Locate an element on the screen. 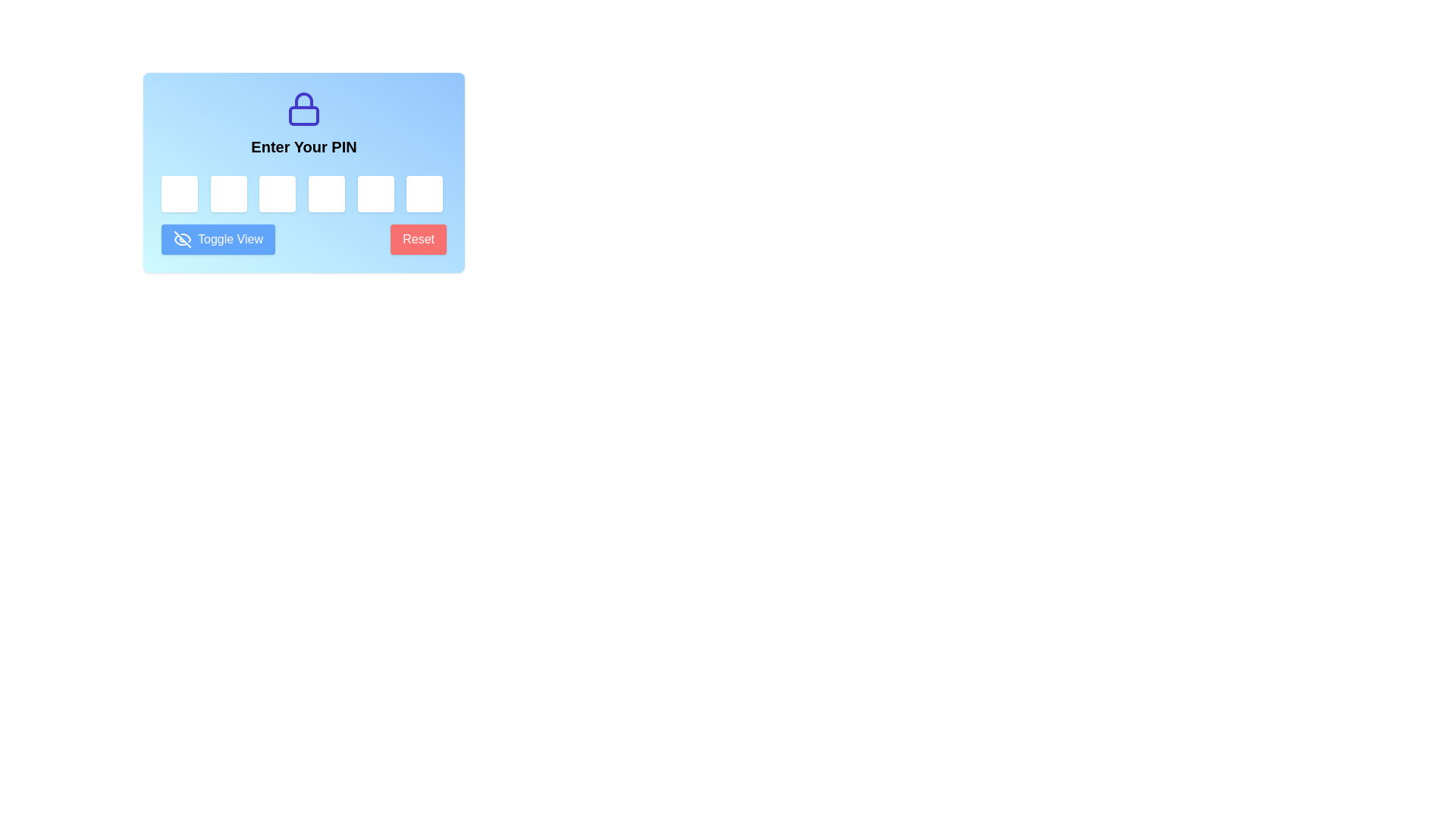  the second input box of the PIN code entry grid to trigger visual feedback is located at coordinates (227, 193).